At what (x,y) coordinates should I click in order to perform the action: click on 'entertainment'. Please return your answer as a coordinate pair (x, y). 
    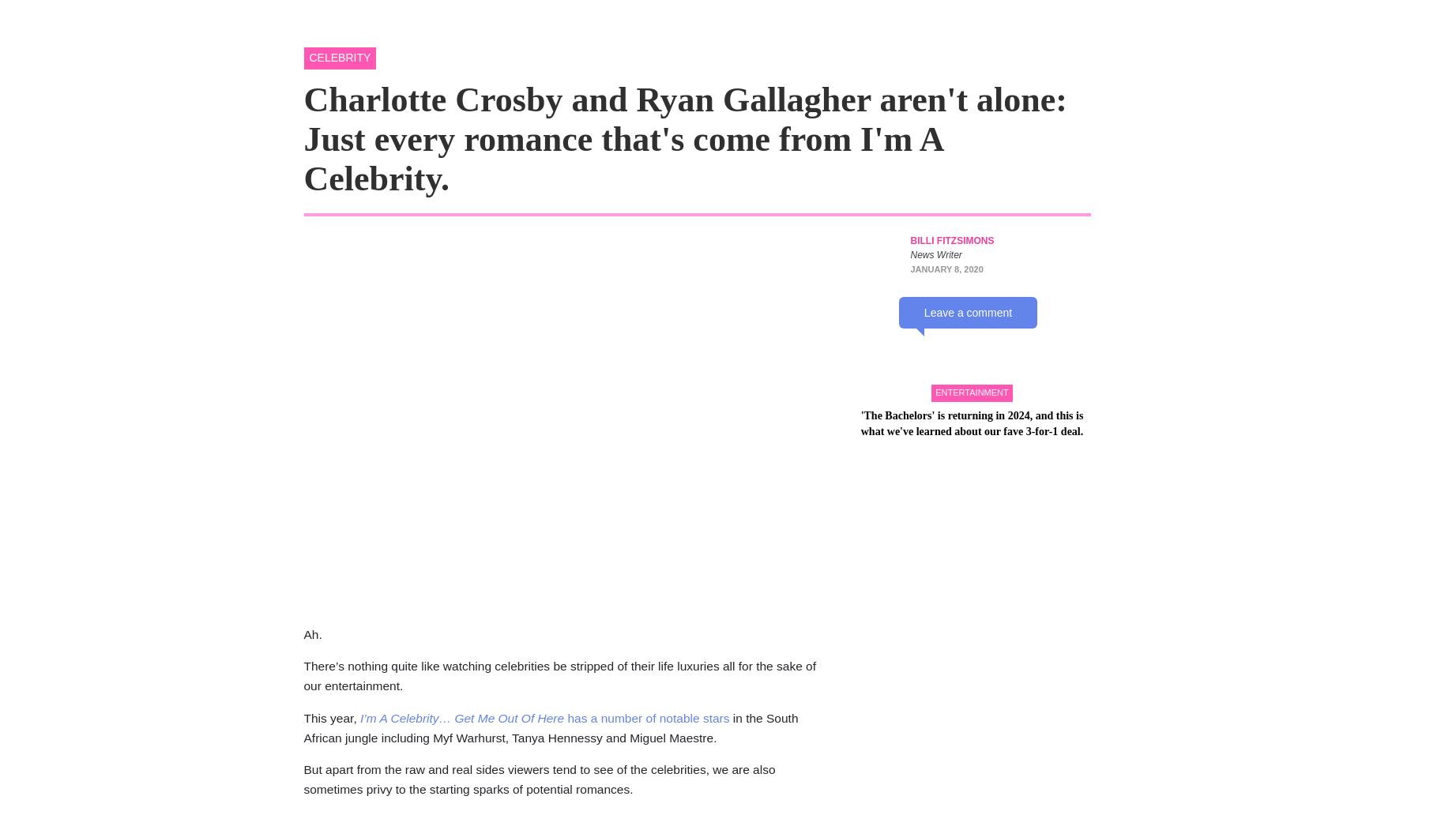
    Looking at the image, I should click on (972, 530).